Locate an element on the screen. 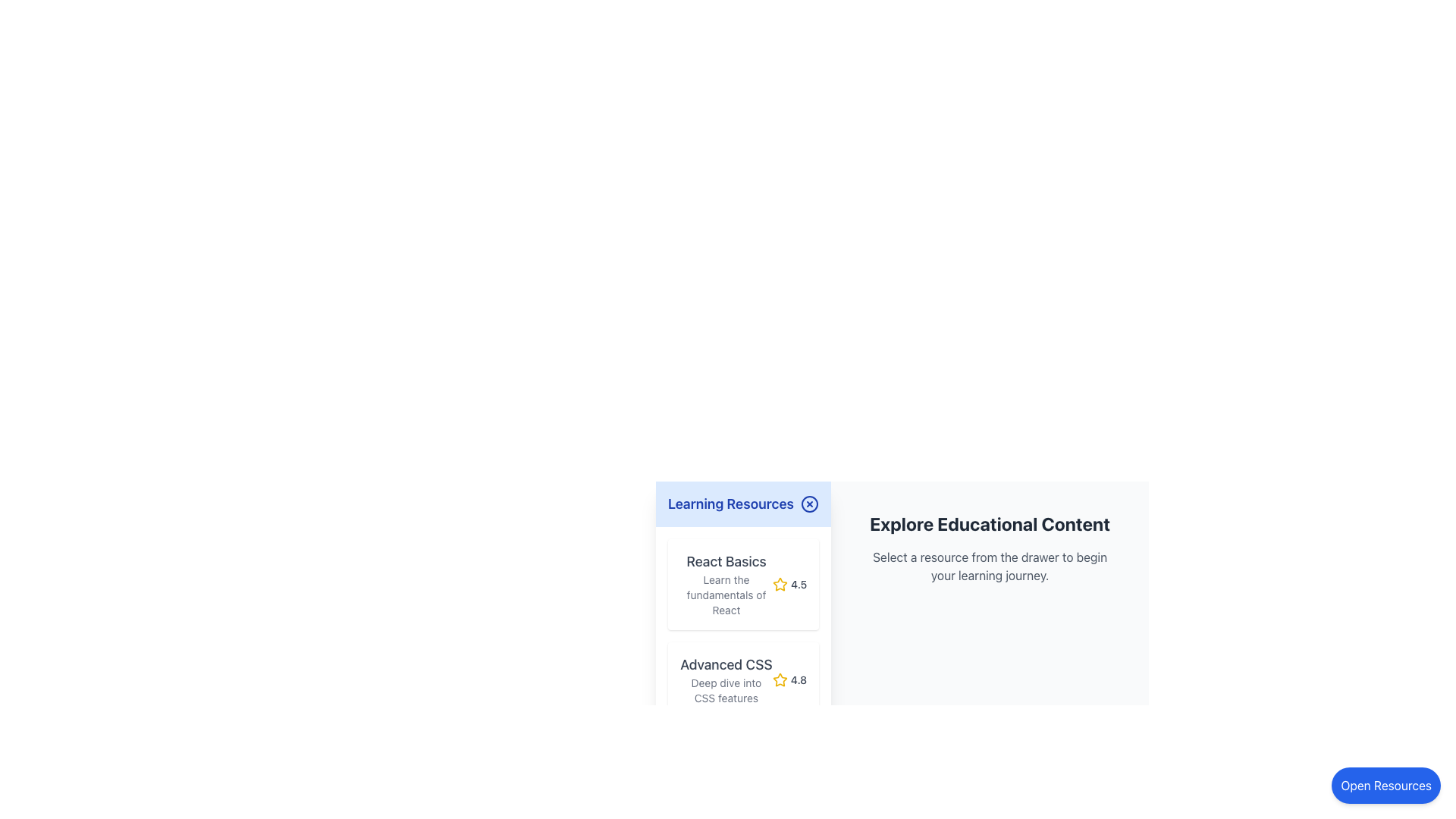  the Text Label titled 'Advanced CSS' which is the second item in the list of educational resources located on the left side of the interface is located at coordinates (725, 679).